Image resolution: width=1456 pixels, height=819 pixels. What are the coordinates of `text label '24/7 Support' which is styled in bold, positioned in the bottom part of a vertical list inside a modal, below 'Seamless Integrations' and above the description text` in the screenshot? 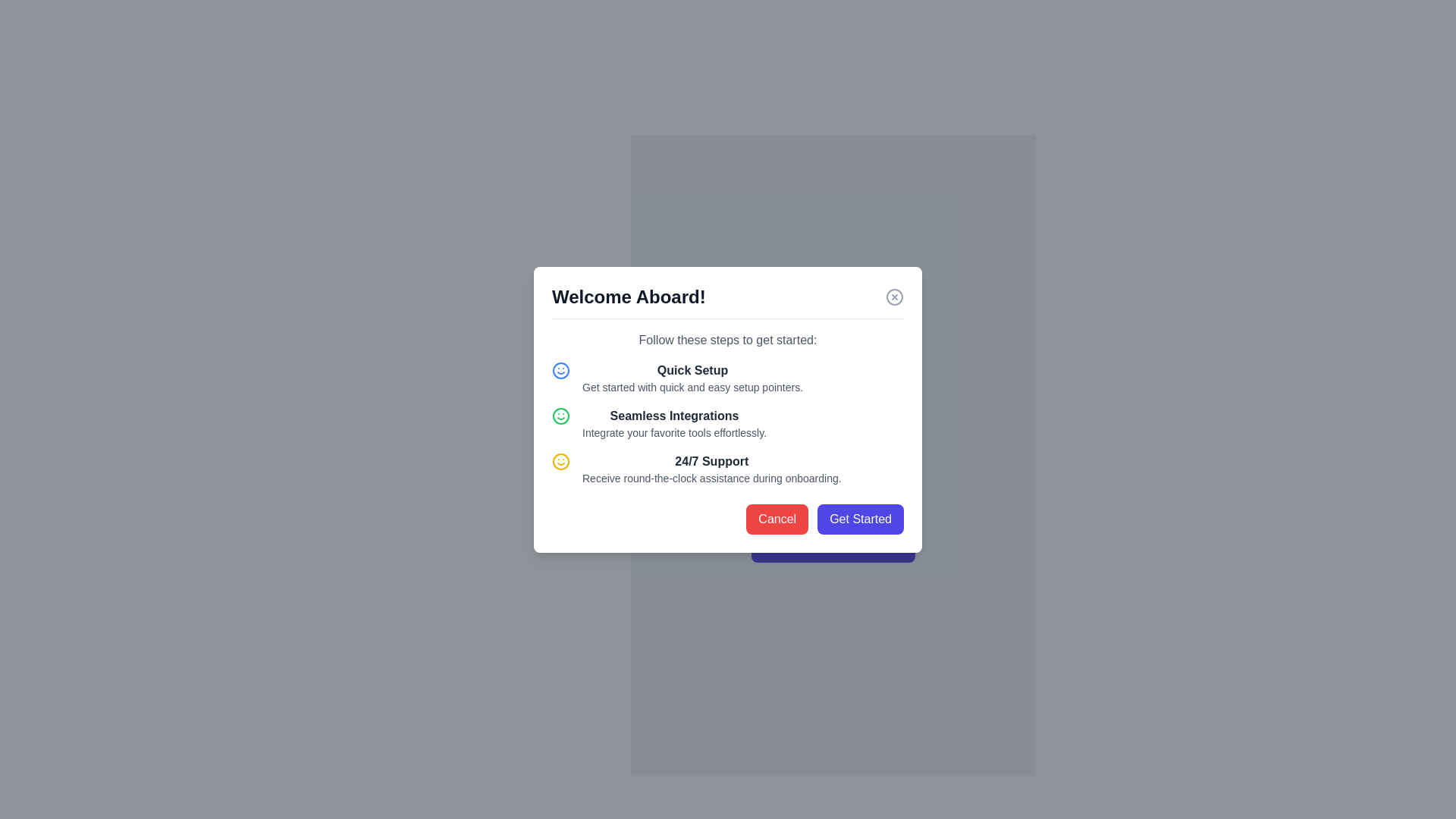 It's located at (711, 460).